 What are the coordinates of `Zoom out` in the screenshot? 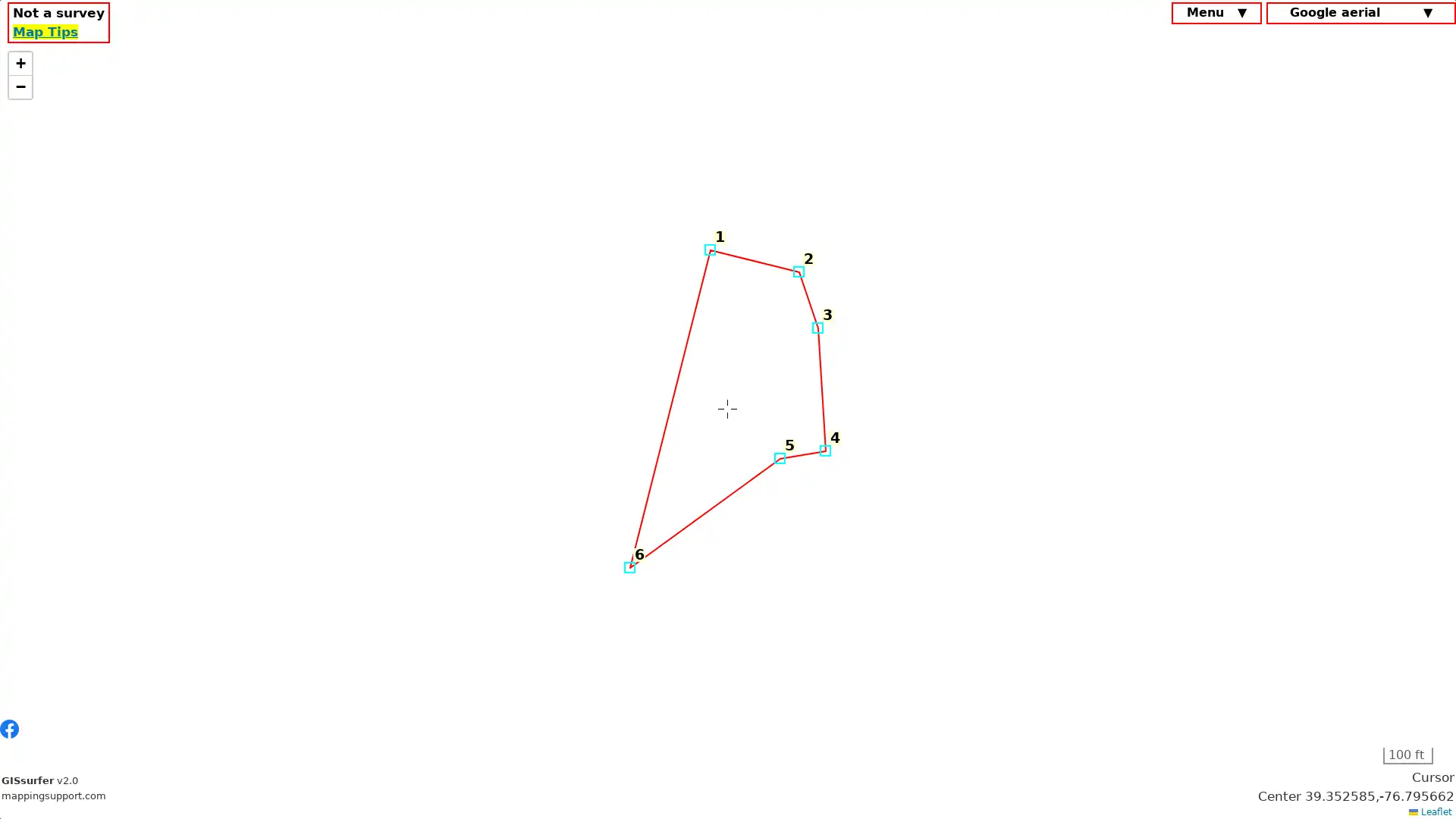 It's located at (20, 87).